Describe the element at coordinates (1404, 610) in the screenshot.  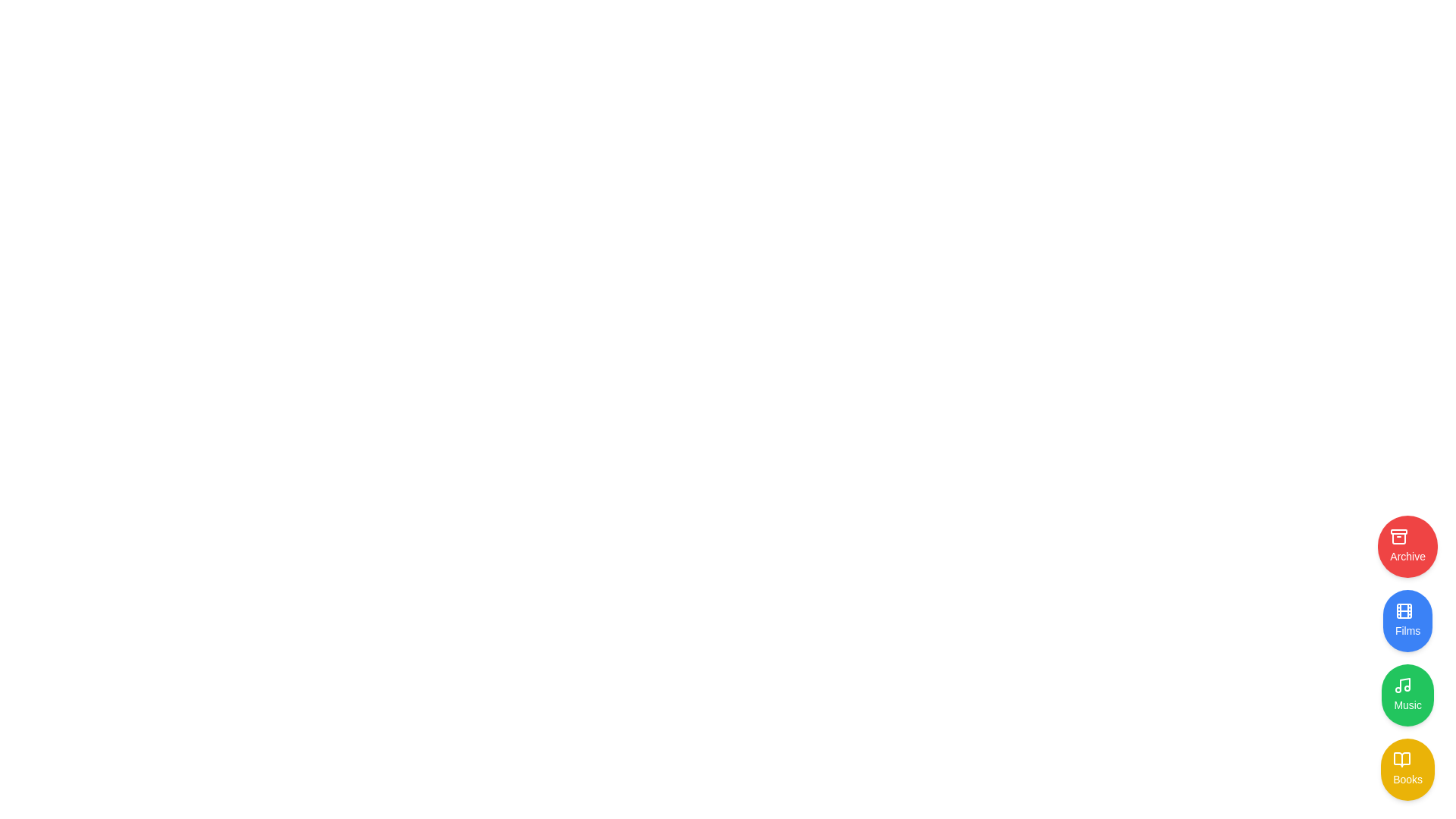
I see `the SVG film reel icon located within the blue circular button labeled 'Films', which is the second button in the vertical row of buttons on the right side of the interface` at that location.